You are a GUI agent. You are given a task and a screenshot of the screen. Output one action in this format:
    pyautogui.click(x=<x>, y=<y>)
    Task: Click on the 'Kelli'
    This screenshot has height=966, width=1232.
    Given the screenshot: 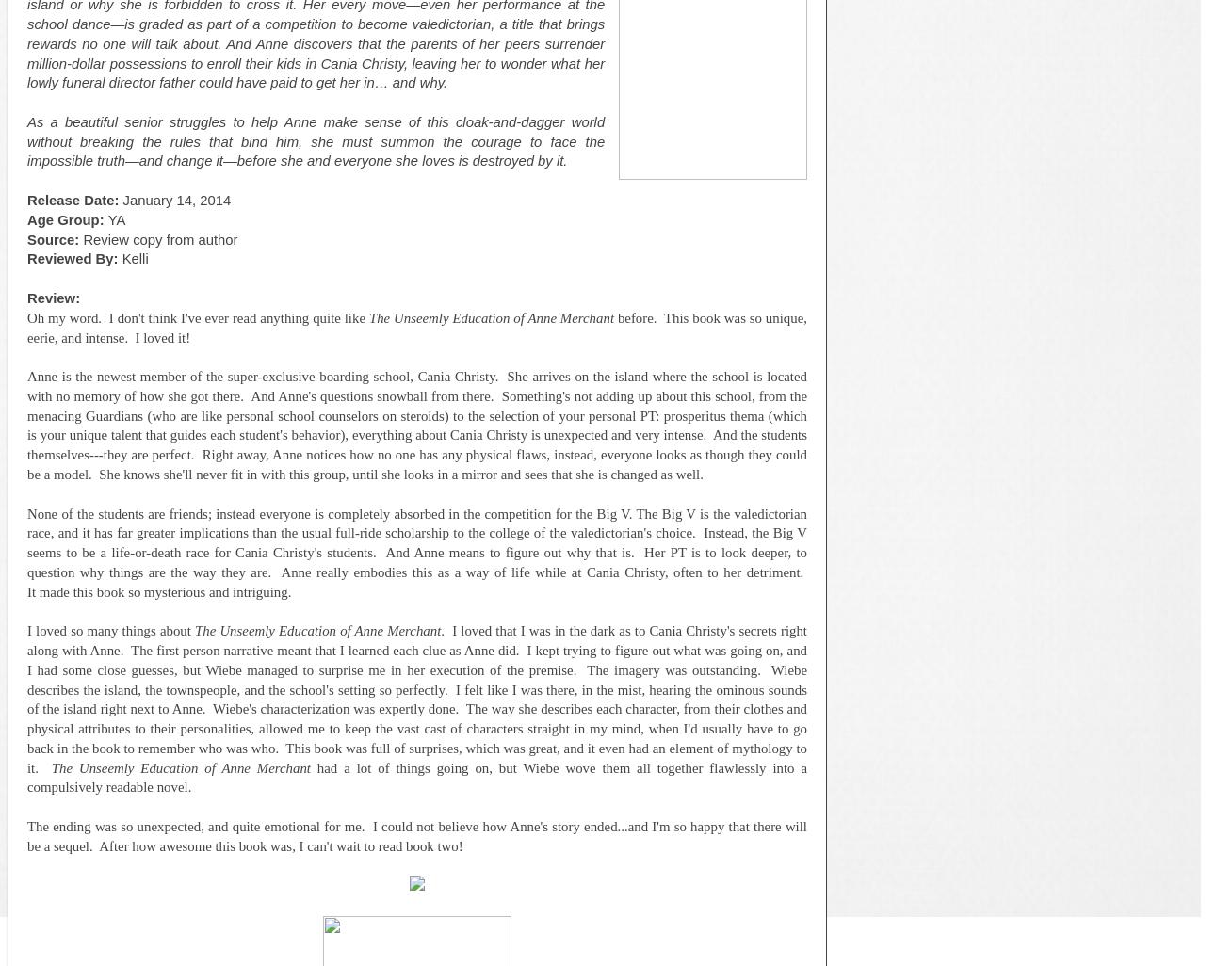 What is the action you would take?
    pyautogui.click(x=133, y=257)
    